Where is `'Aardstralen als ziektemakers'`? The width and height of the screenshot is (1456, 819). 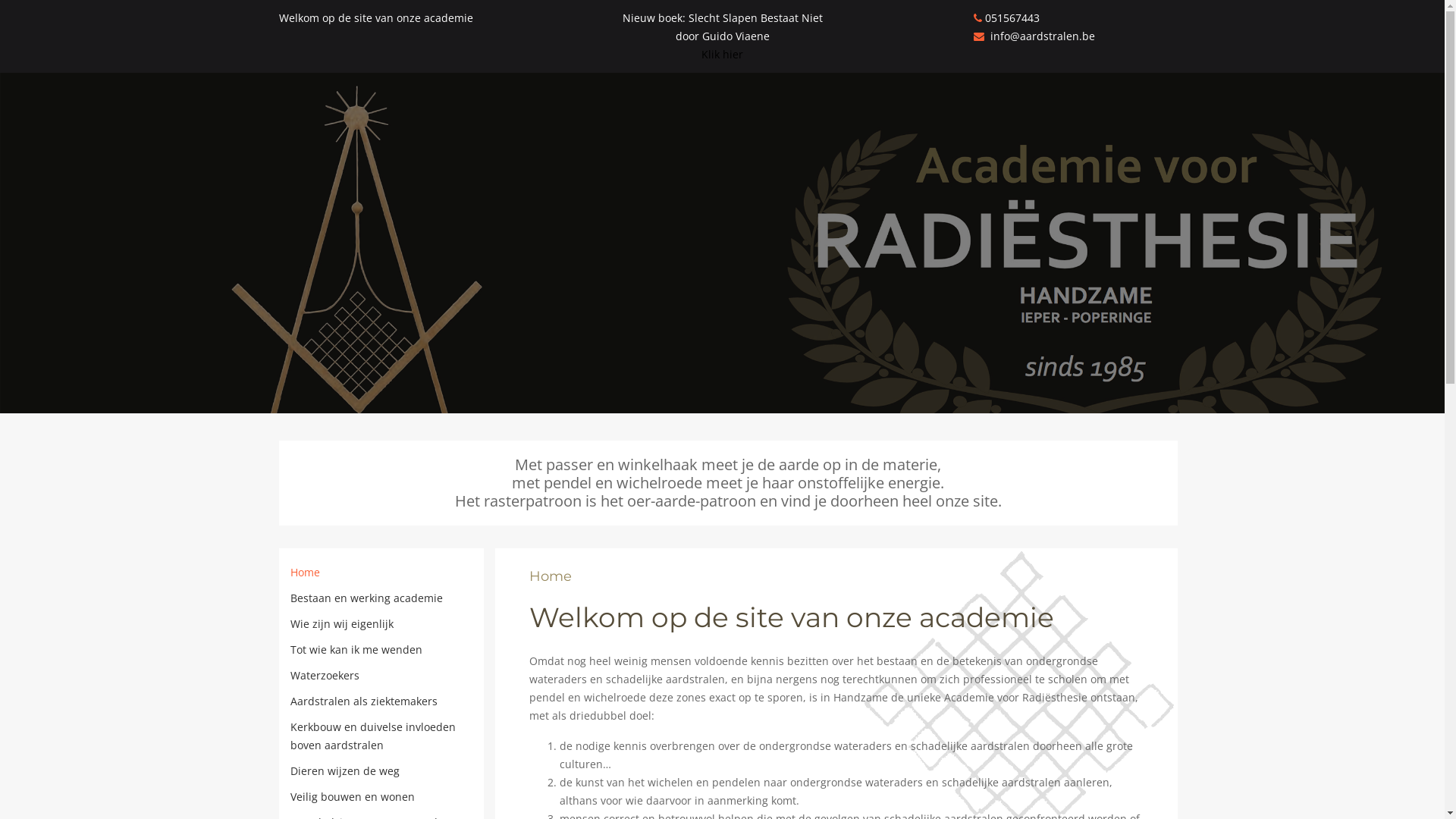 'Aardstralen als ziektemakers' is located at coordinates (362, 701).